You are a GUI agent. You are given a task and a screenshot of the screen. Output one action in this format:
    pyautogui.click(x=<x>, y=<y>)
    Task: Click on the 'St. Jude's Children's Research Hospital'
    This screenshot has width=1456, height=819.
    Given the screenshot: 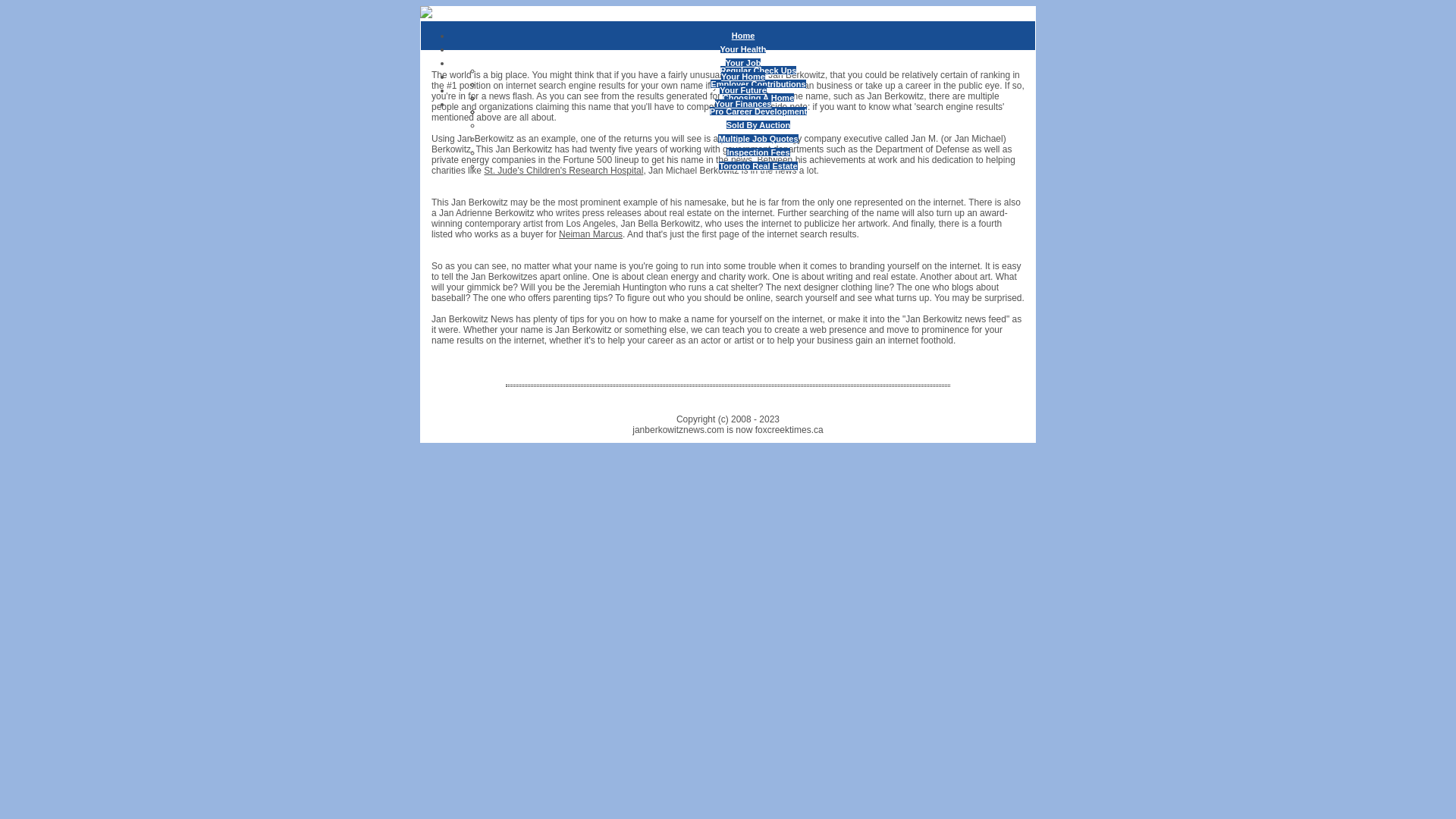 What is the action you would take?
    pyautogui.click(x=563, y=170)
    